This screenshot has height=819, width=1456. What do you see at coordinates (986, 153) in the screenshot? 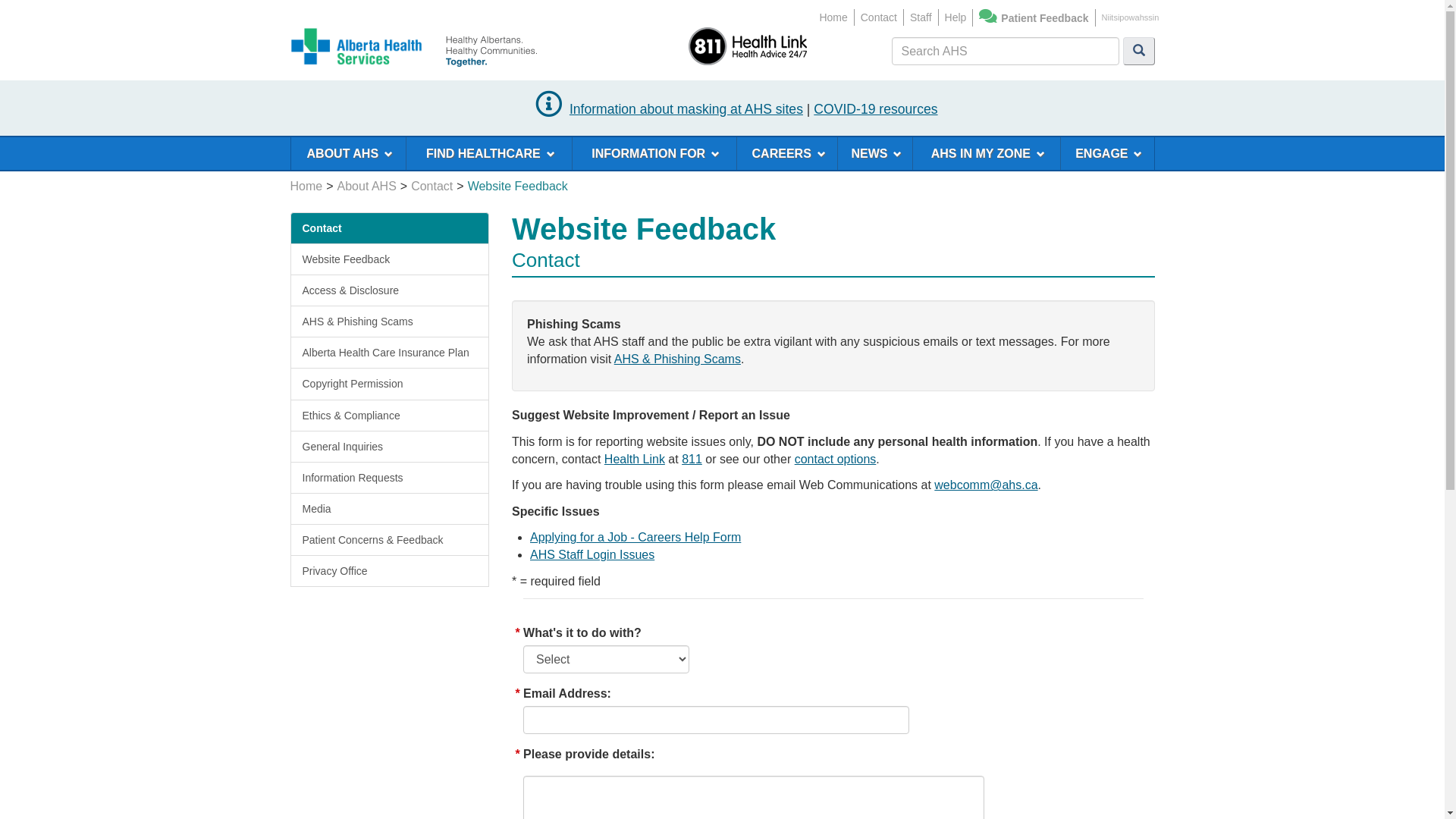
I see `'AHS IN MY ZONE'` at bounding box center [986, 153].